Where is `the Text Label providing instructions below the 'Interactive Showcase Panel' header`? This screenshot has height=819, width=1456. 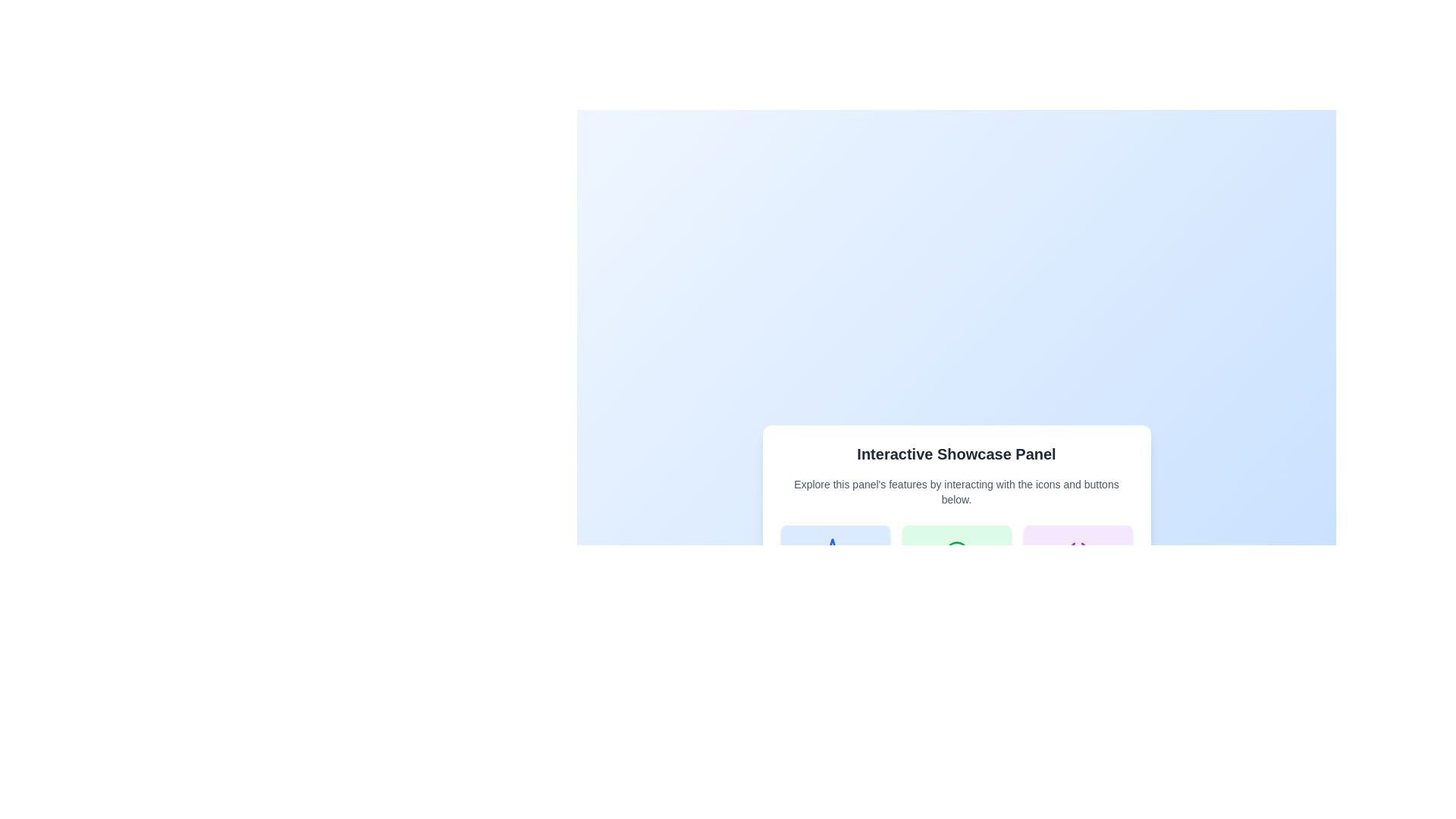 the Text Label providing instructions below the 'Interactive Showcase Panel' header is located at coordinates (955, 491).